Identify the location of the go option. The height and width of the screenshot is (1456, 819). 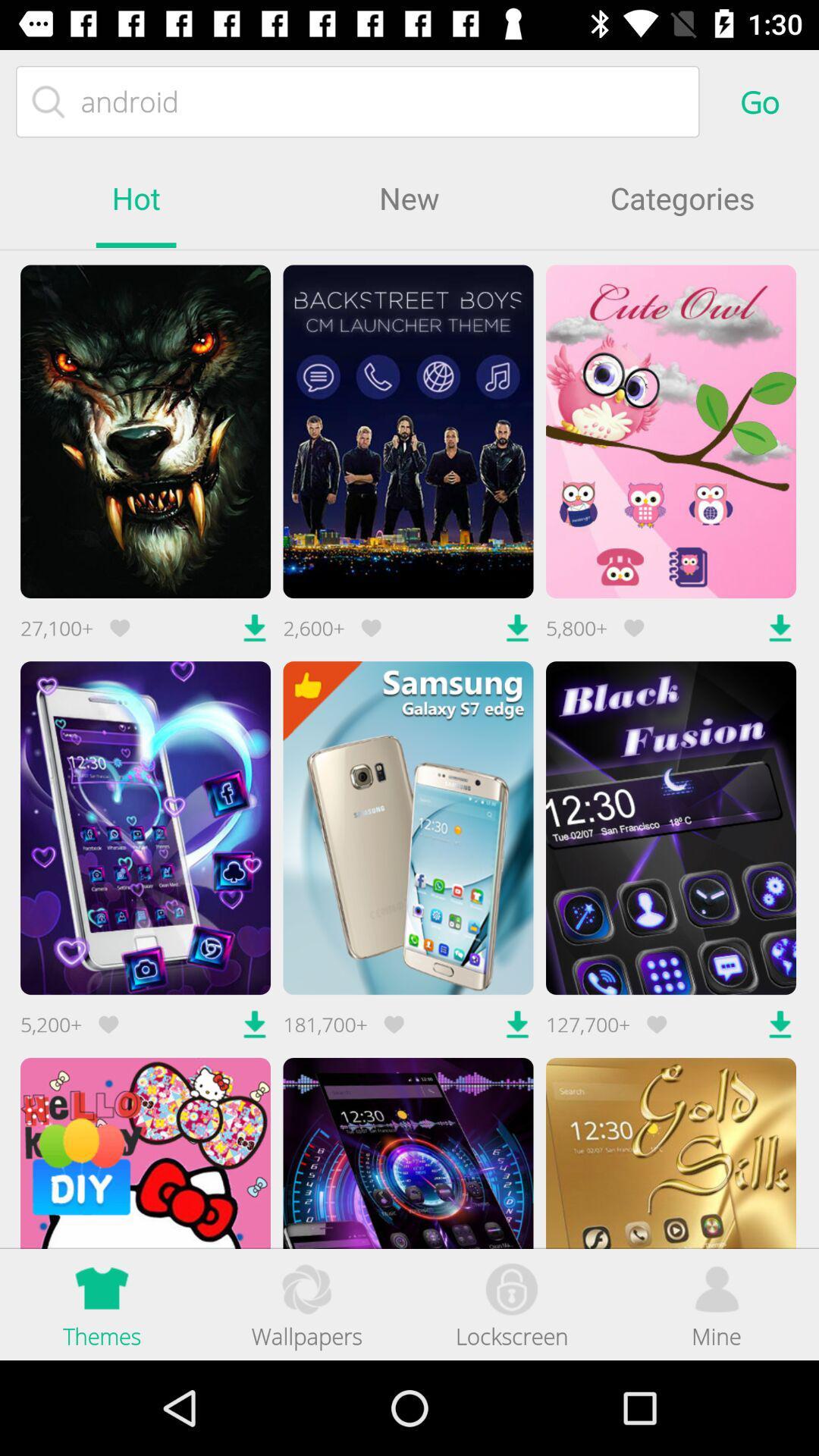
(759, 101).